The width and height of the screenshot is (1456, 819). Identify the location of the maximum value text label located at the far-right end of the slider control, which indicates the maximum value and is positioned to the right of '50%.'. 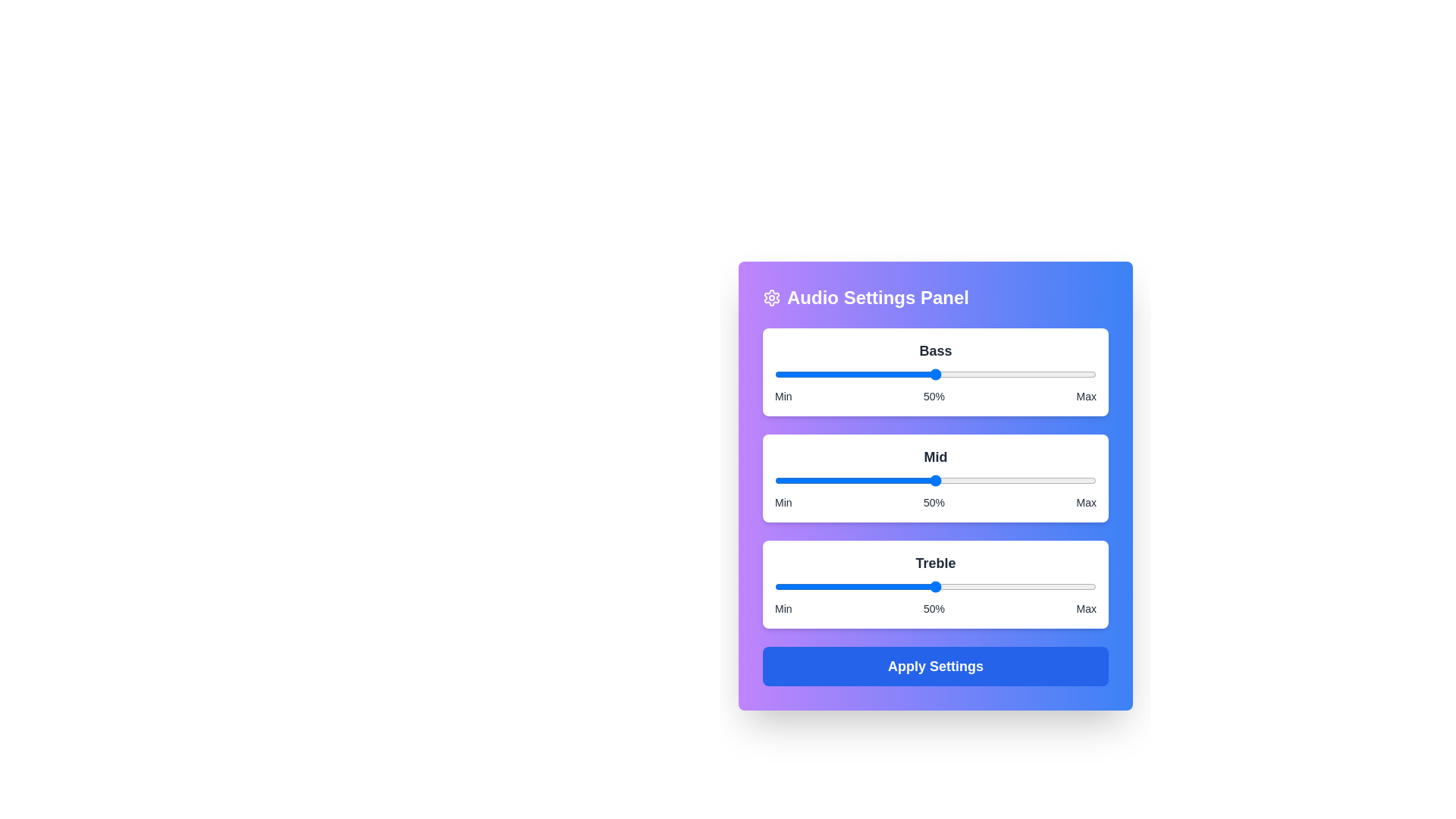
(1085, 396).